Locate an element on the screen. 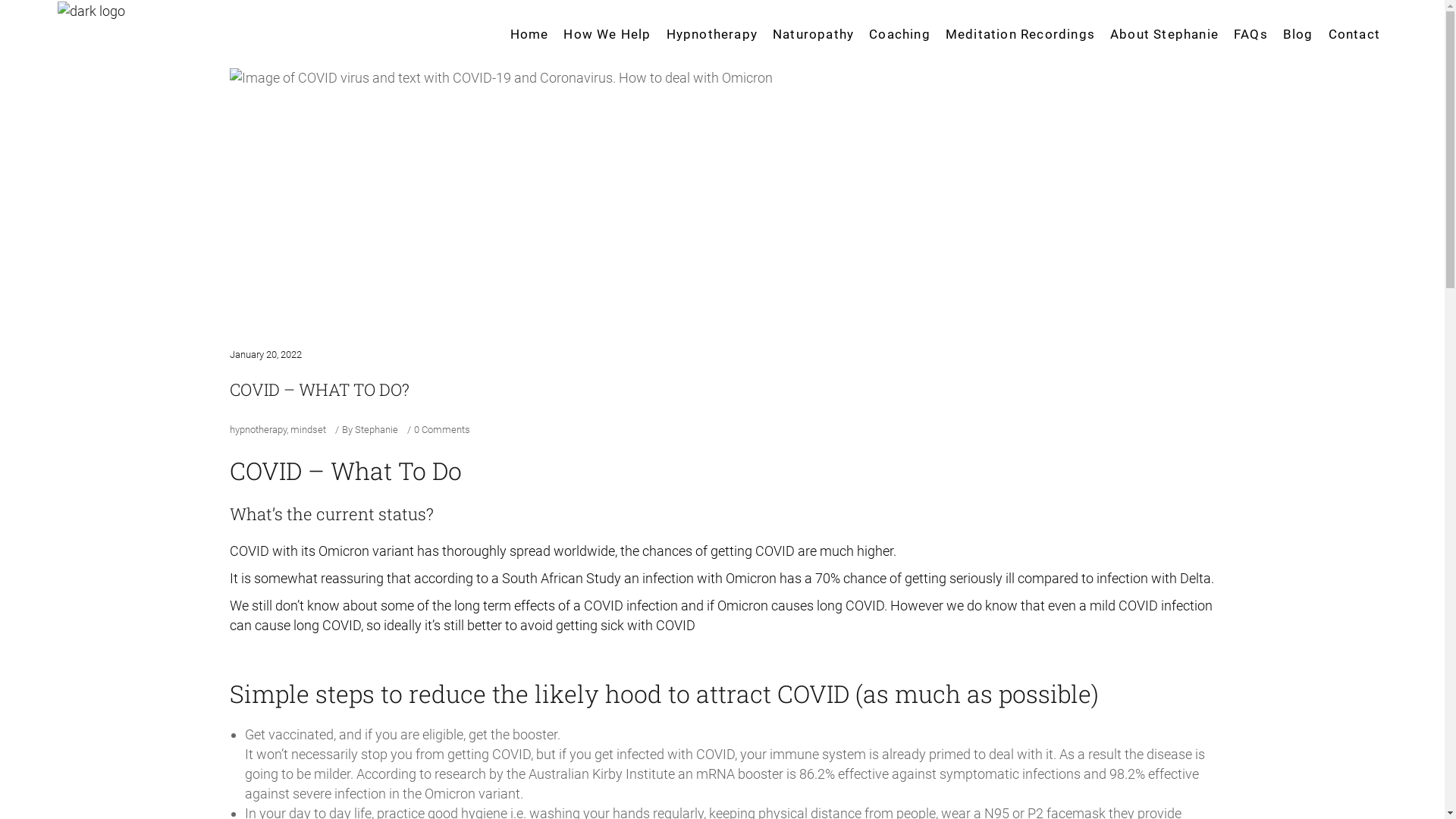  'How We Help' is located at coordinates (607, 34).